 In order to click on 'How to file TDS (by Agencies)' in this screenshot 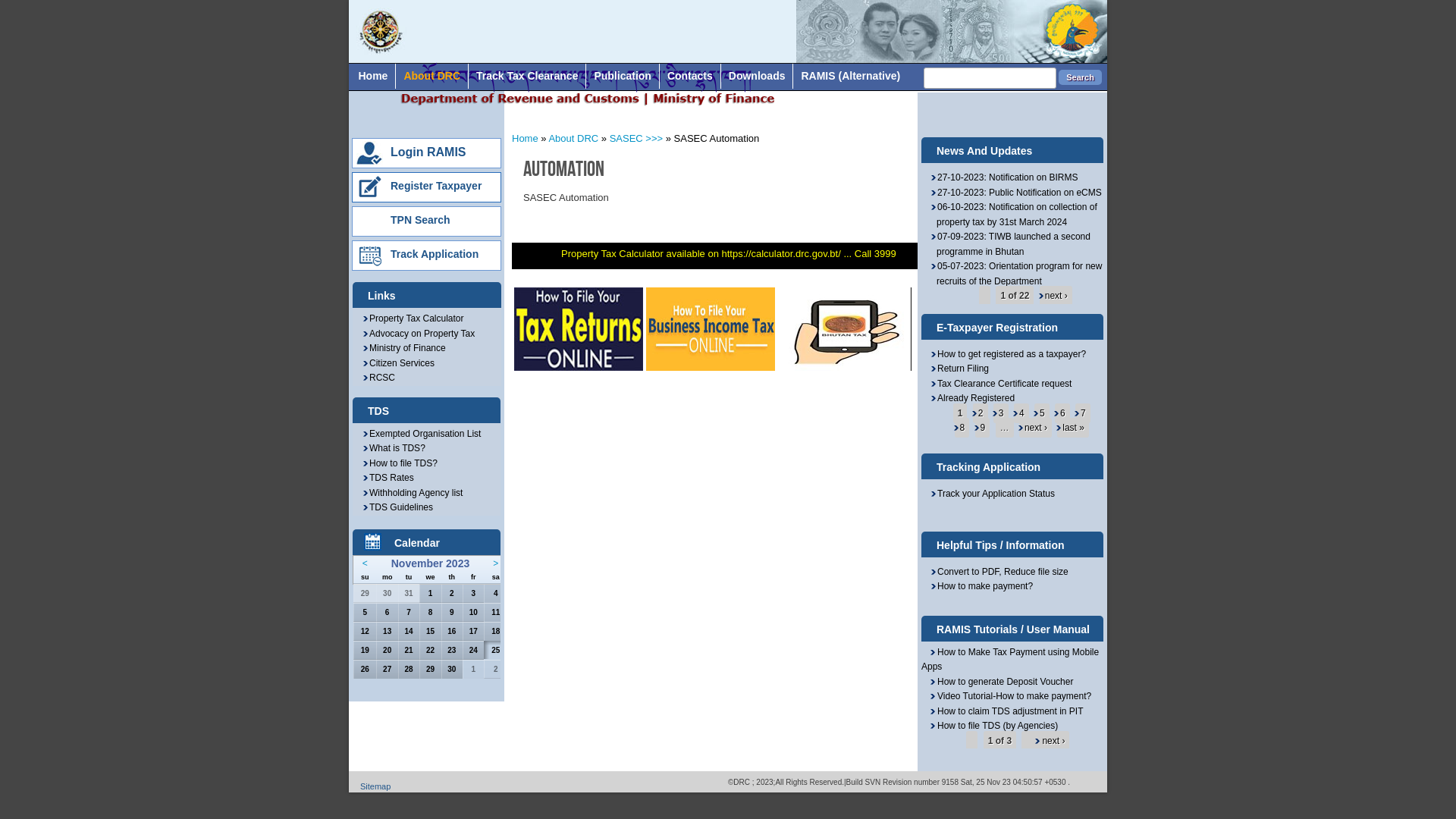, I will do `click(990, 724)`.